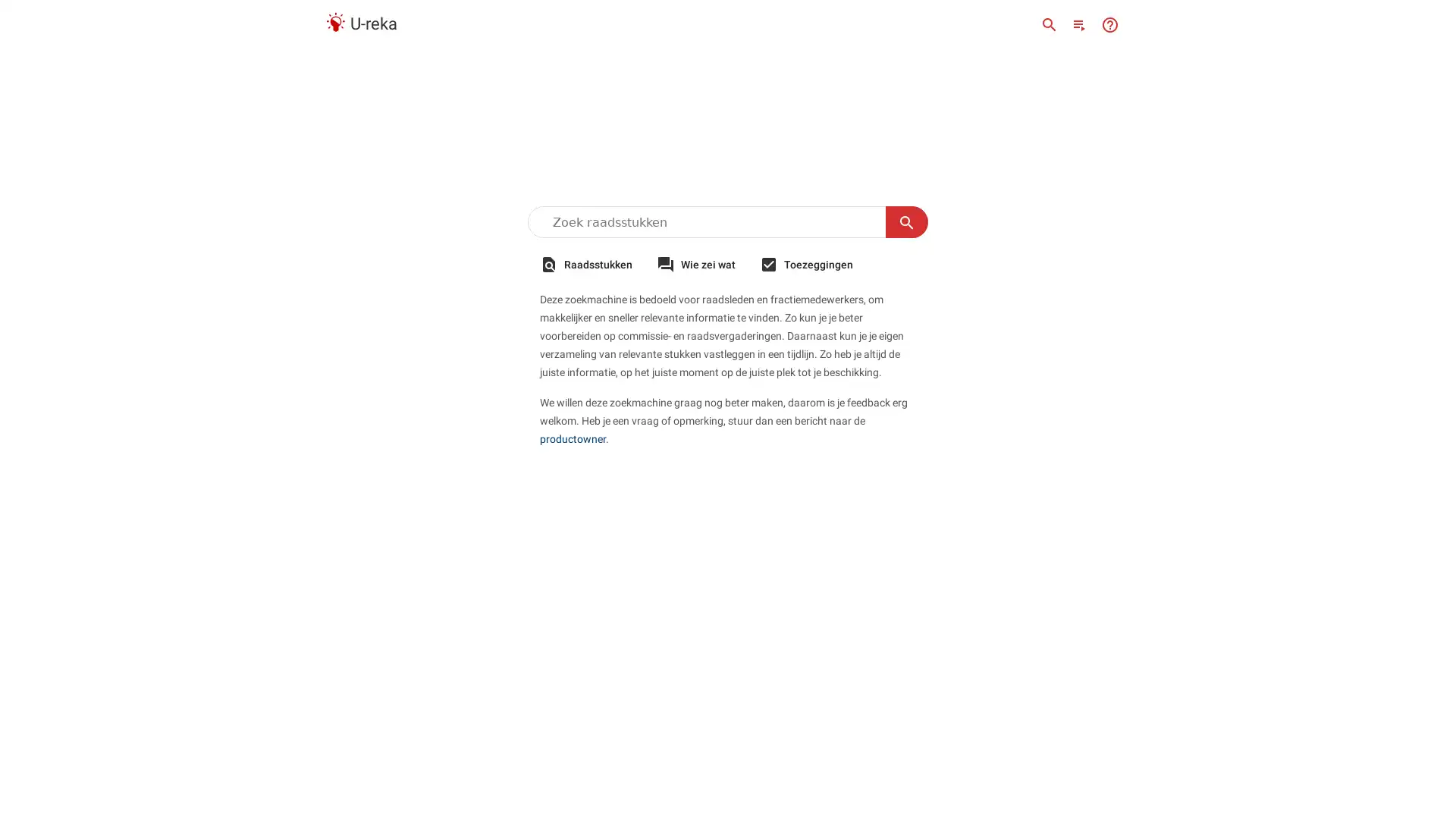 The width and height of the screenshot is (1456, 819). Describe the element at coordinates (906, 222) in the screenshot. I see `Search` at that location.